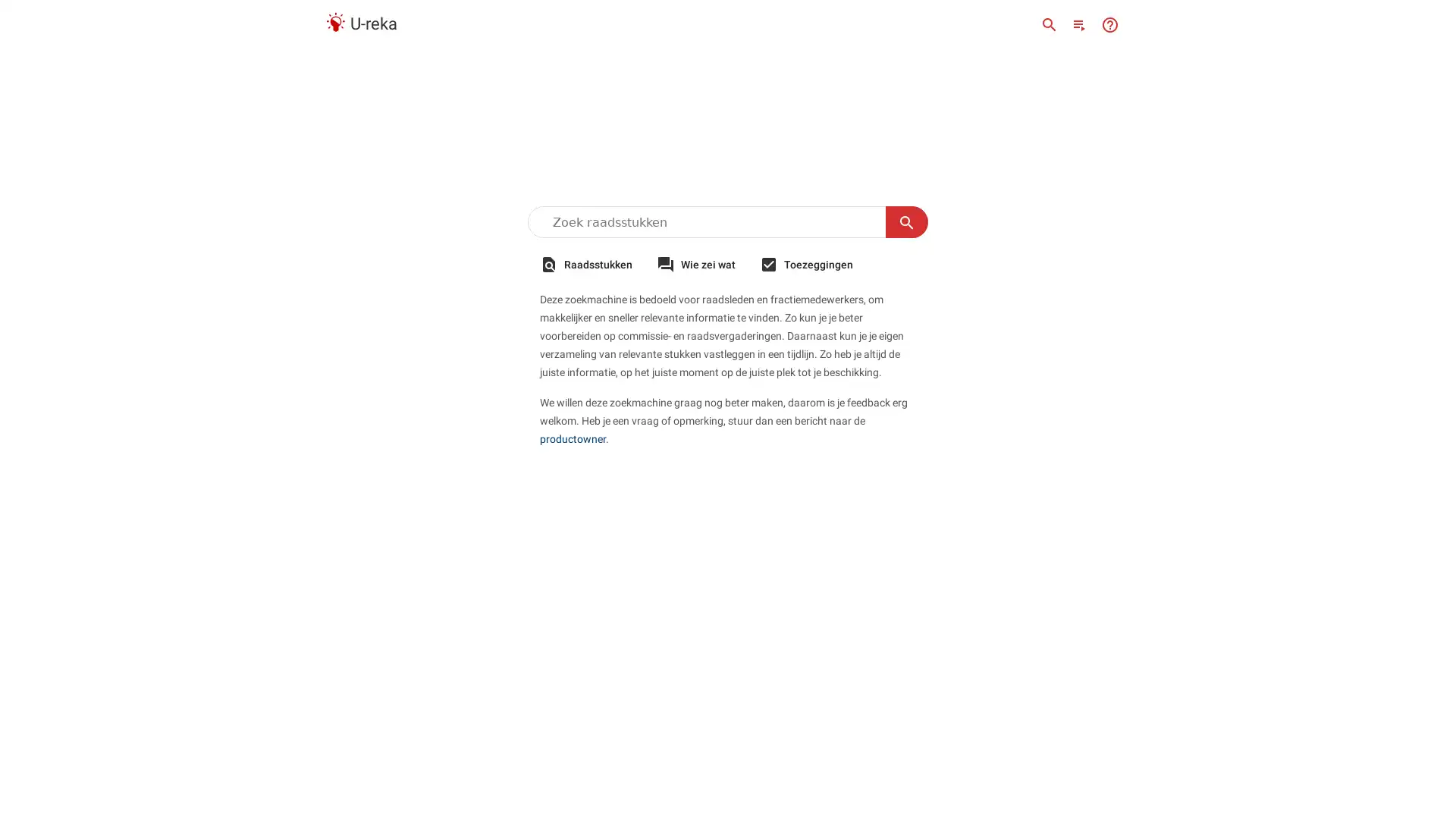 The width and height of the screenshot is (1456, 819). Describe the element at coordinates (906, 222) in the screenshot. I see `Search` at that location.